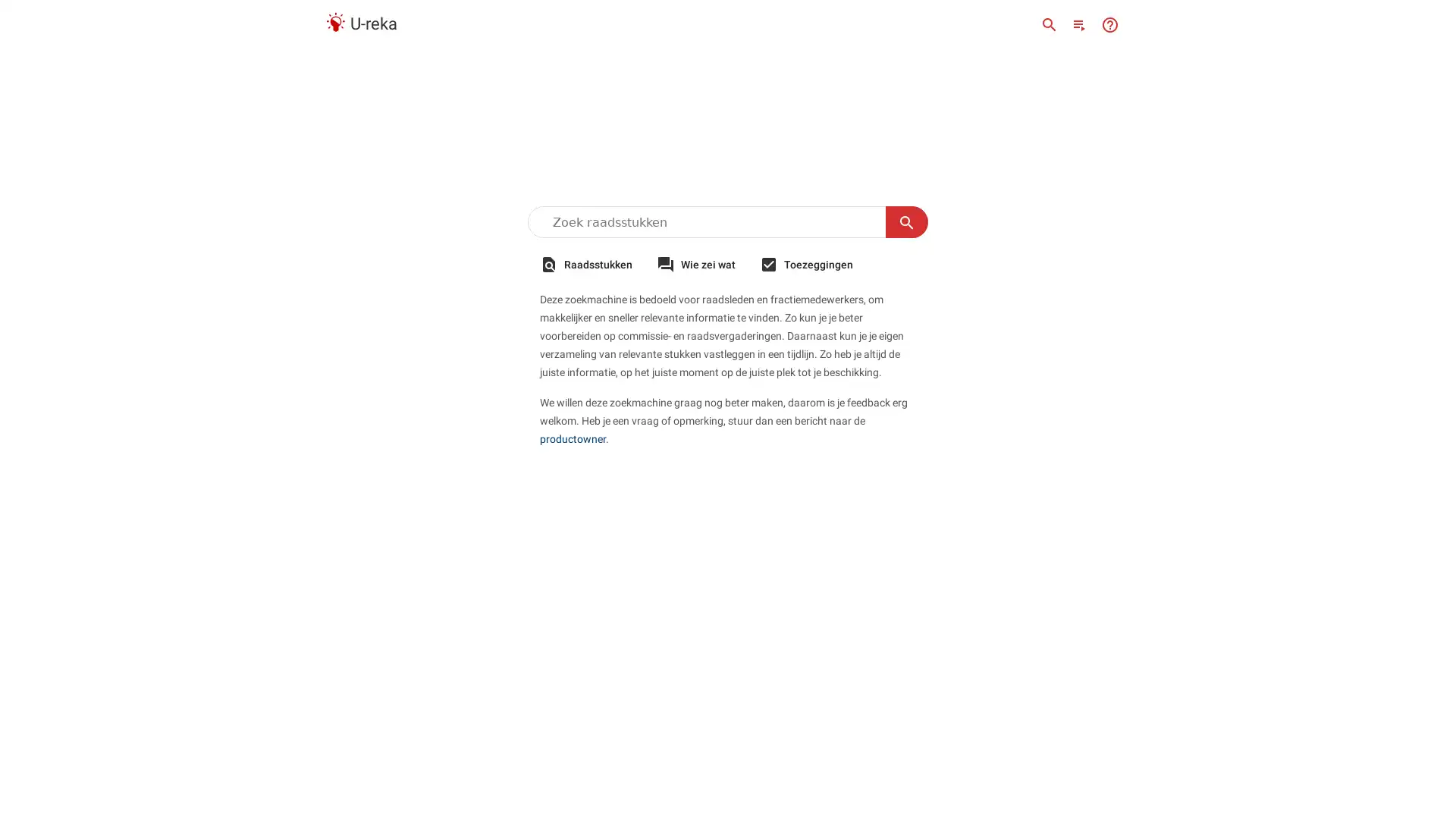 The width and height of the screenshot is (1456, 819). Describe the element at coordinates (906, 222) in the screenshot. I see `Search` at that location.